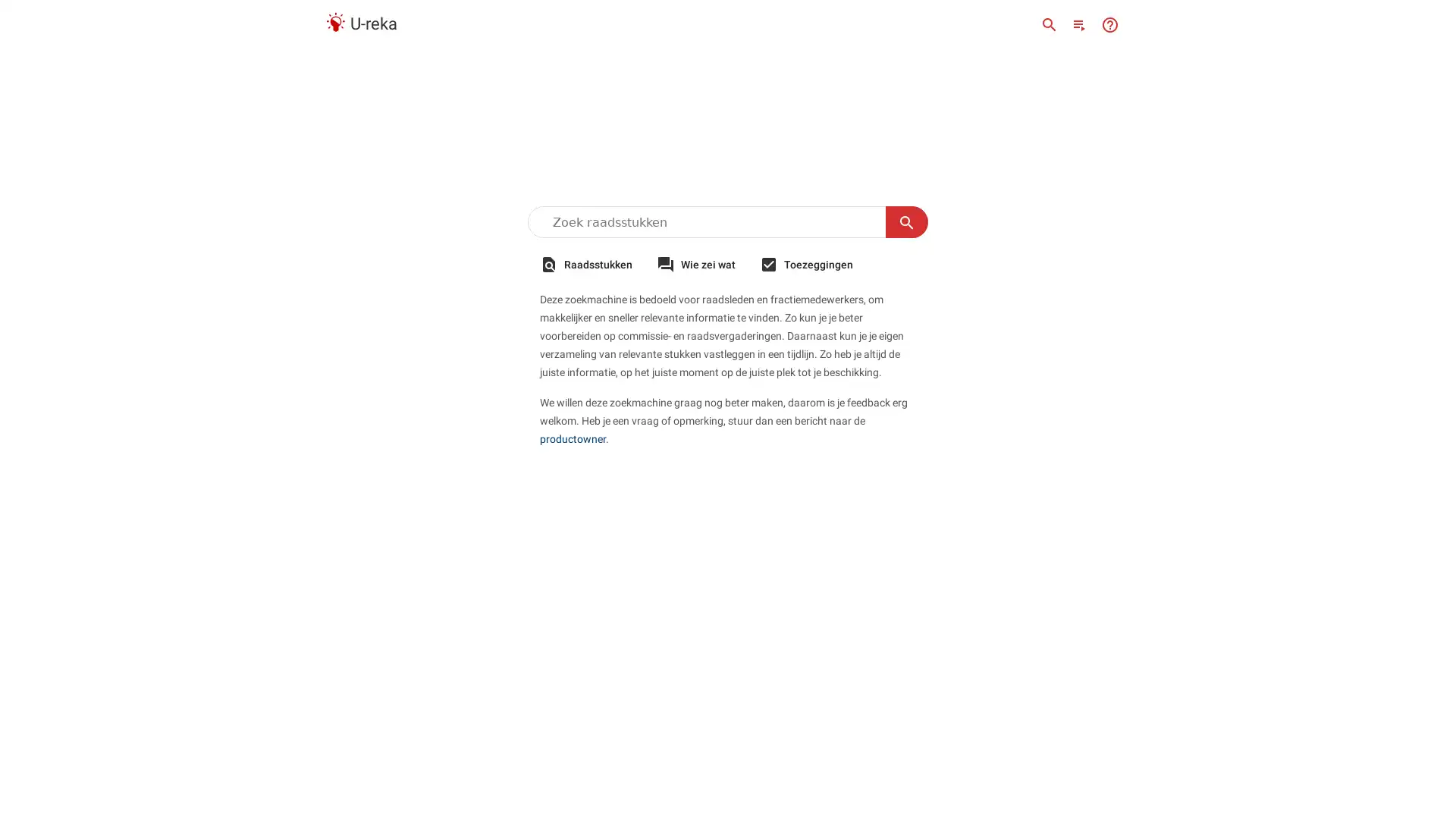 The width and height of the screenshot is (1456, 819). Describe the element at coordinates (906, 222) in the screenshot. I see `Search` at that location.